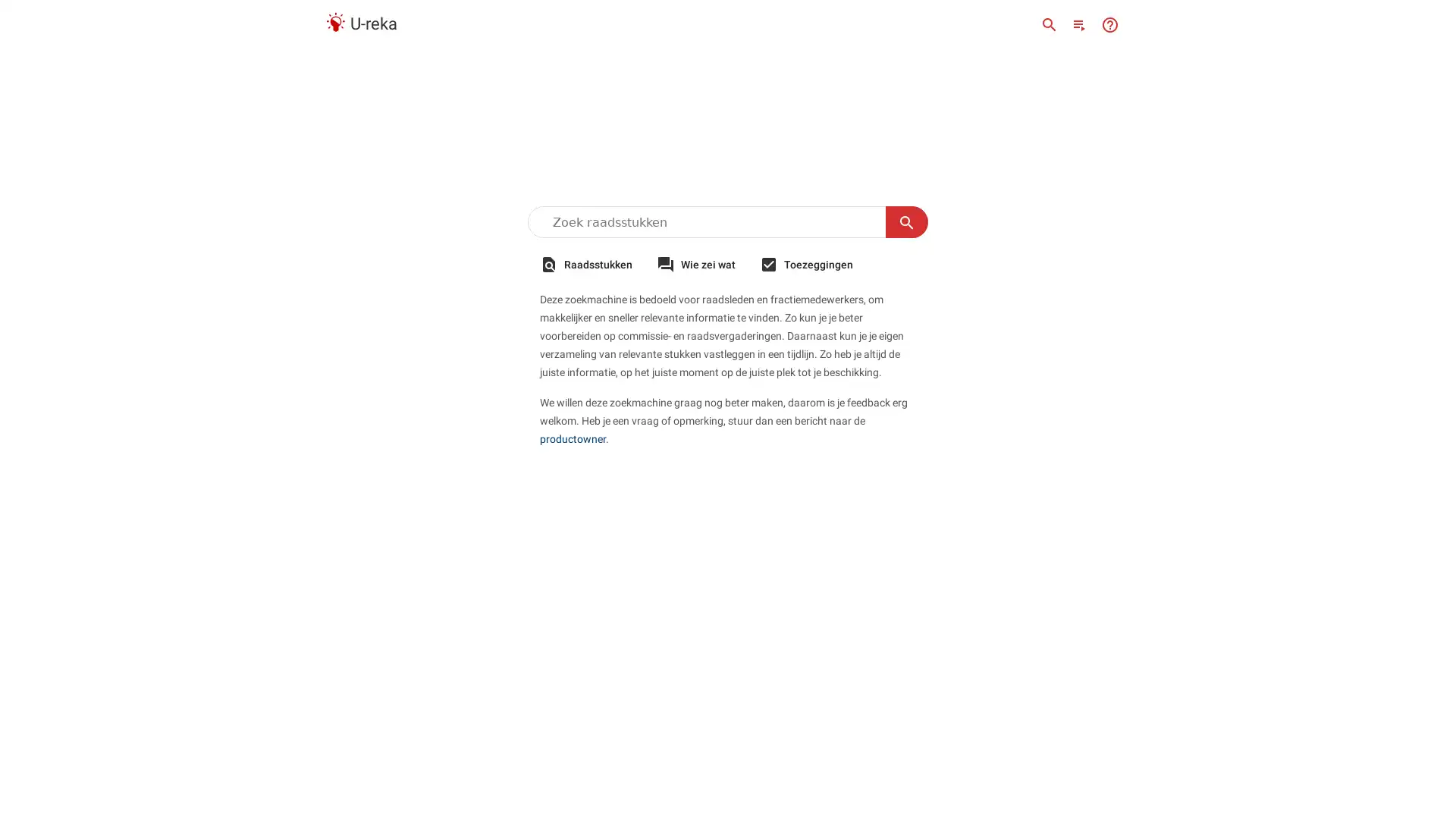 The width and height of the screenshot is (1456, 819). Describe the element at coordinates (906, 222) in the screenshot. I see `Search` at that location.